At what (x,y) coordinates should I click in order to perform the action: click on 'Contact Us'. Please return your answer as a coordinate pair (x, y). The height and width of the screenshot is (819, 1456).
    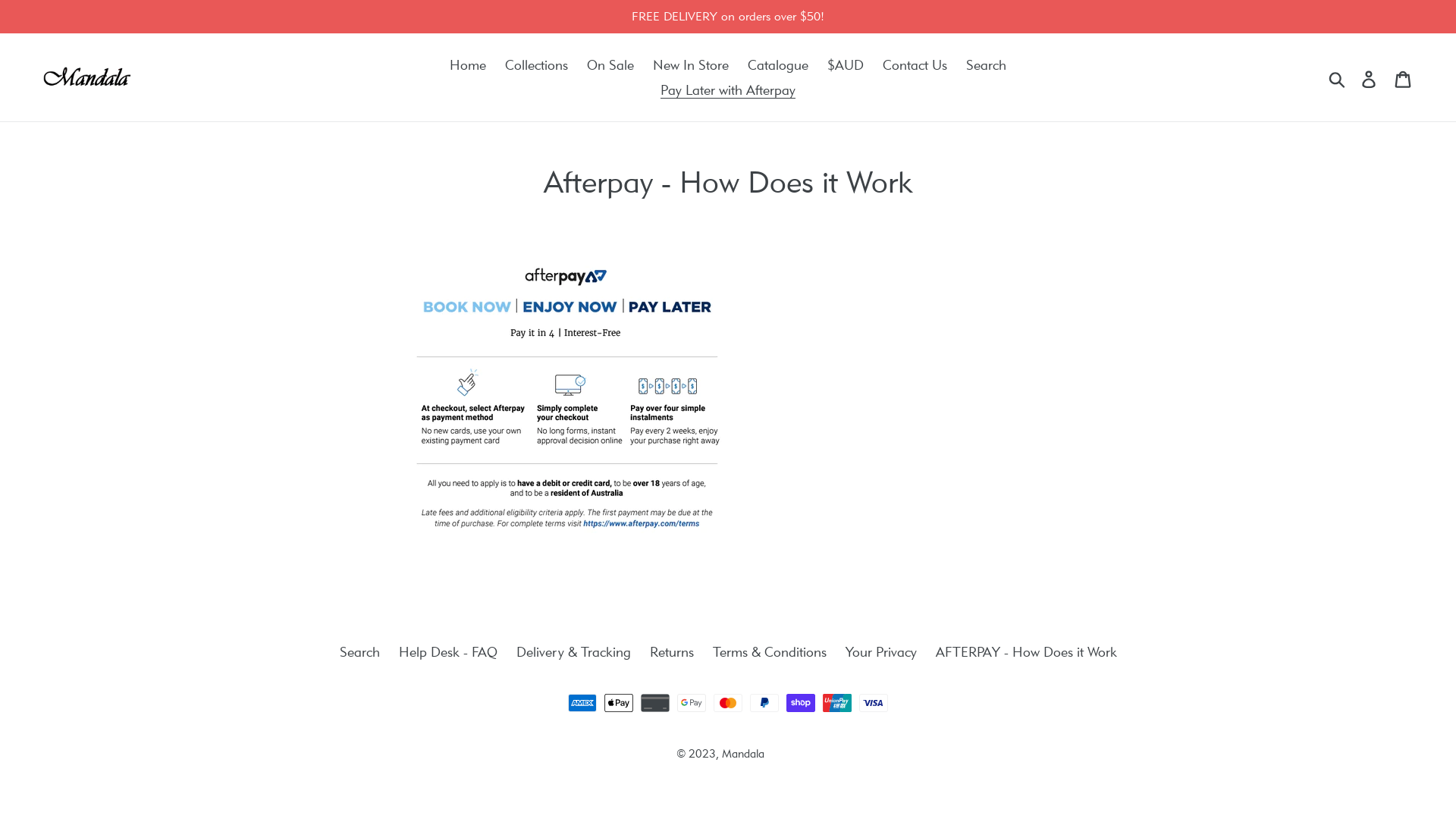
    Looking at the image, I should click on (914, 64).